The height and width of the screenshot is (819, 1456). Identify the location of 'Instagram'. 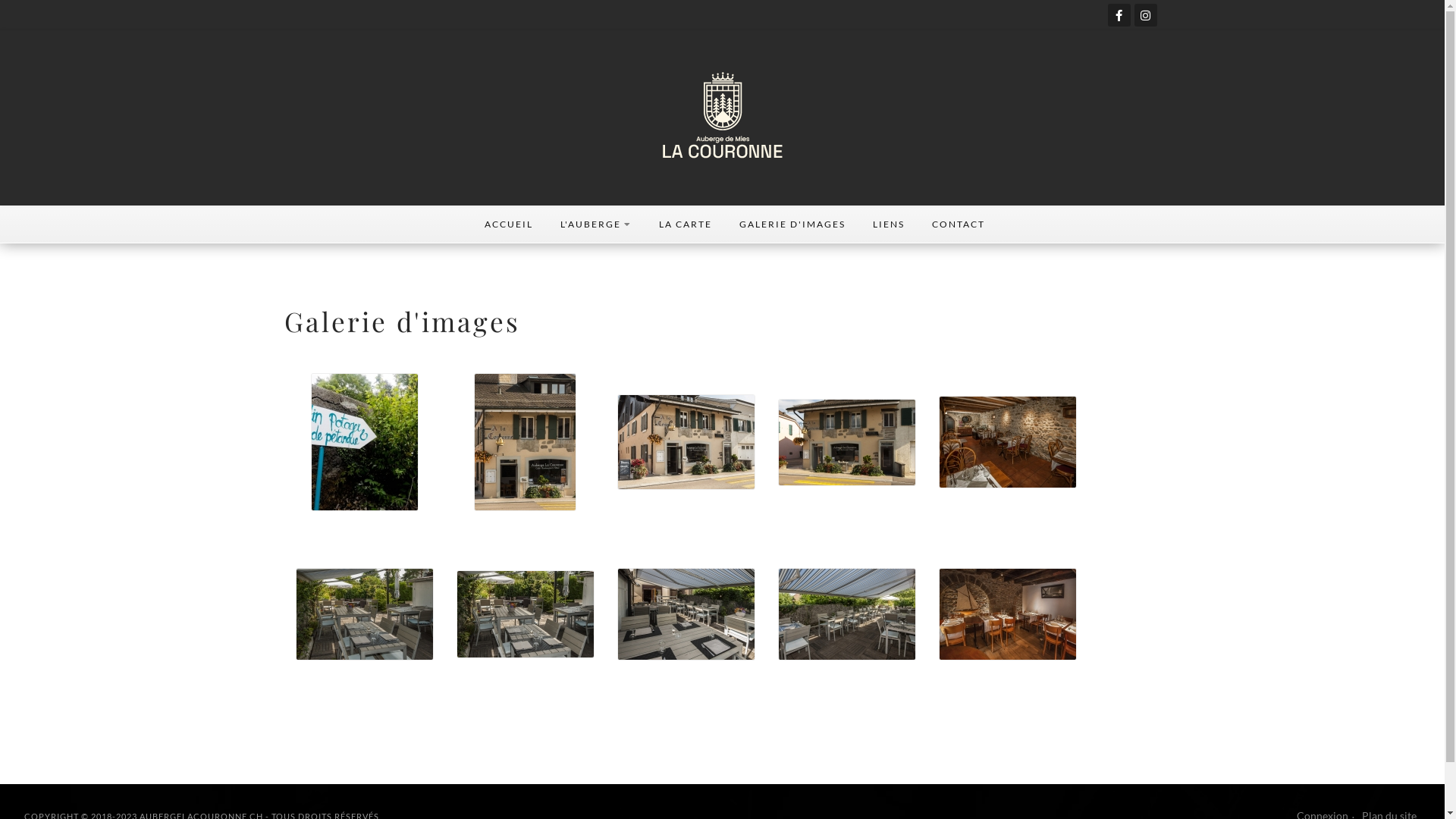
(1146, 14).